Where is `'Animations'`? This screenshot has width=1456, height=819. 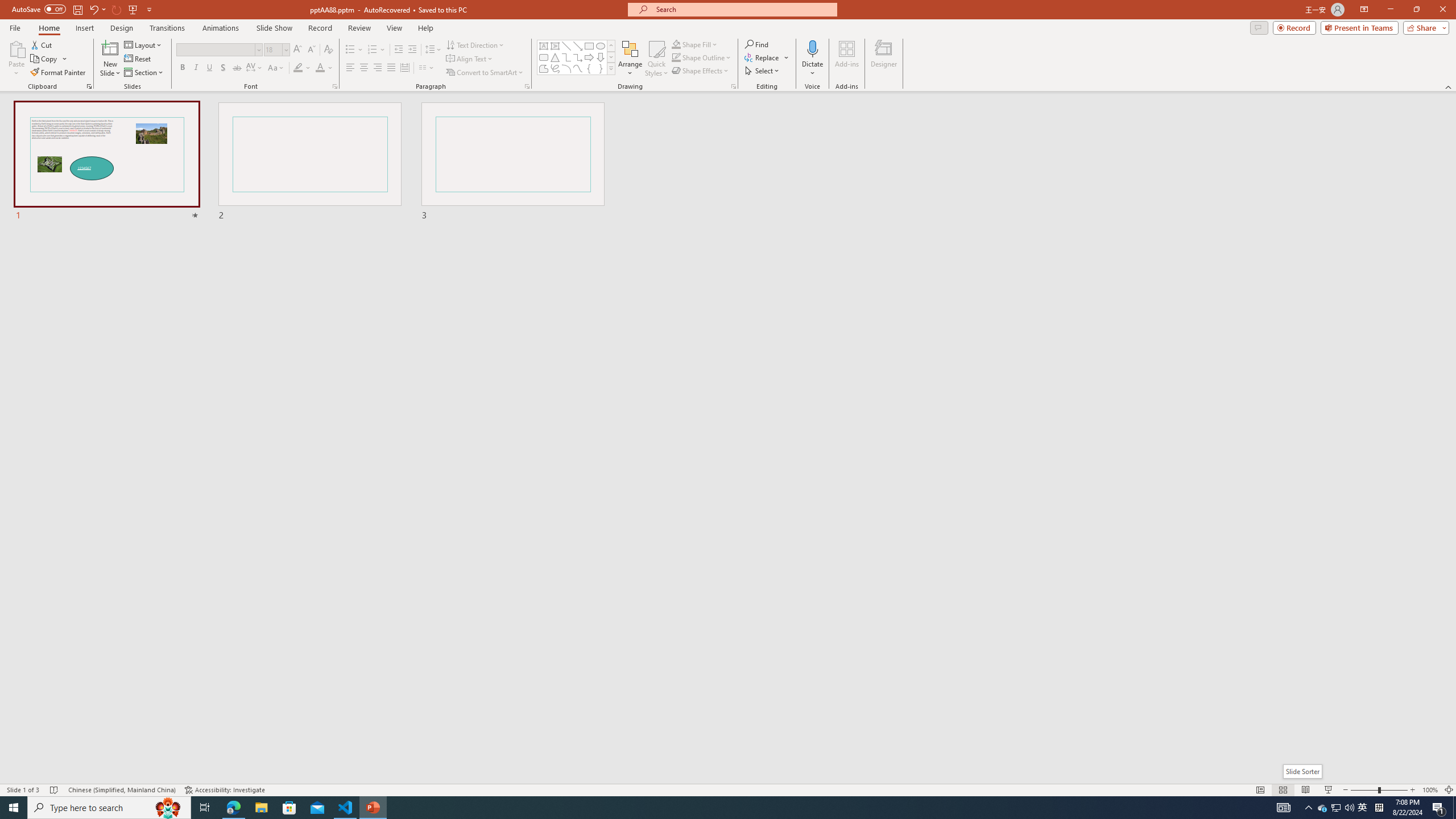 'Animations' is located at coordinates (220, 28).